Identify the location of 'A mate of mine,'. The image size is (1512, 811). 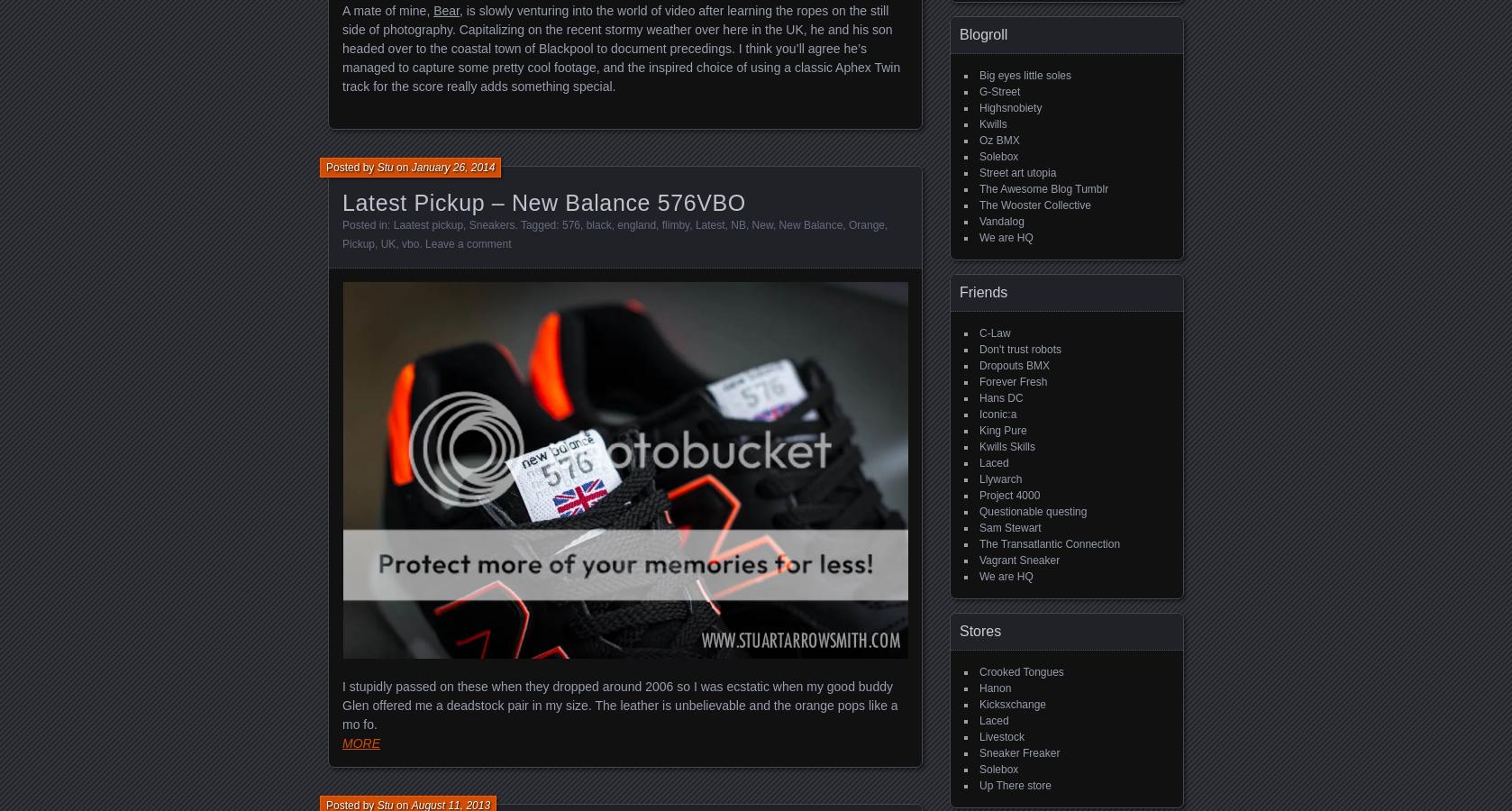
(387, 9).